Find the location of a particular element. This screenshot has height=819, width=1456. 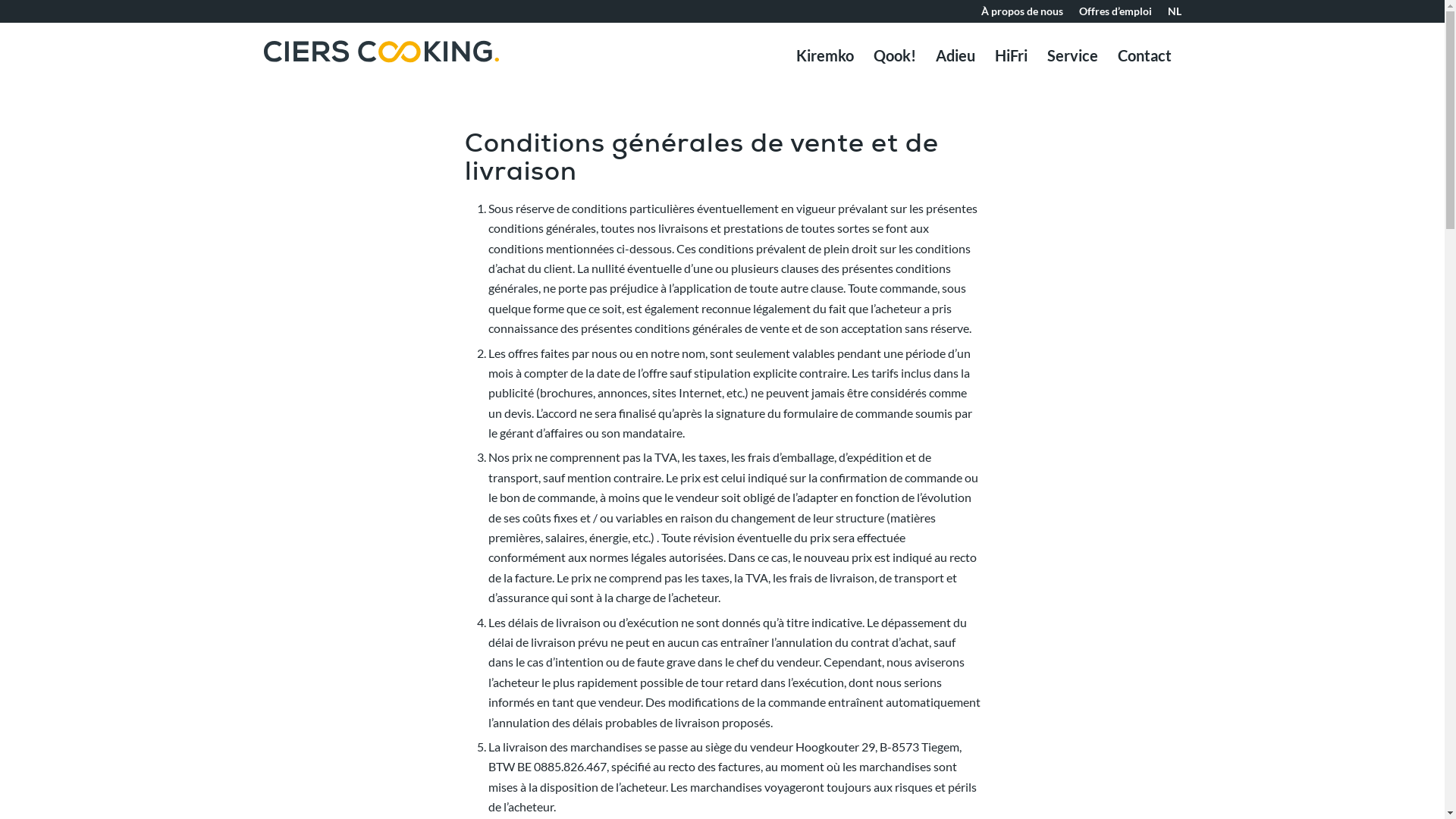

'HiFri' is located at coordinates (1010, 55).